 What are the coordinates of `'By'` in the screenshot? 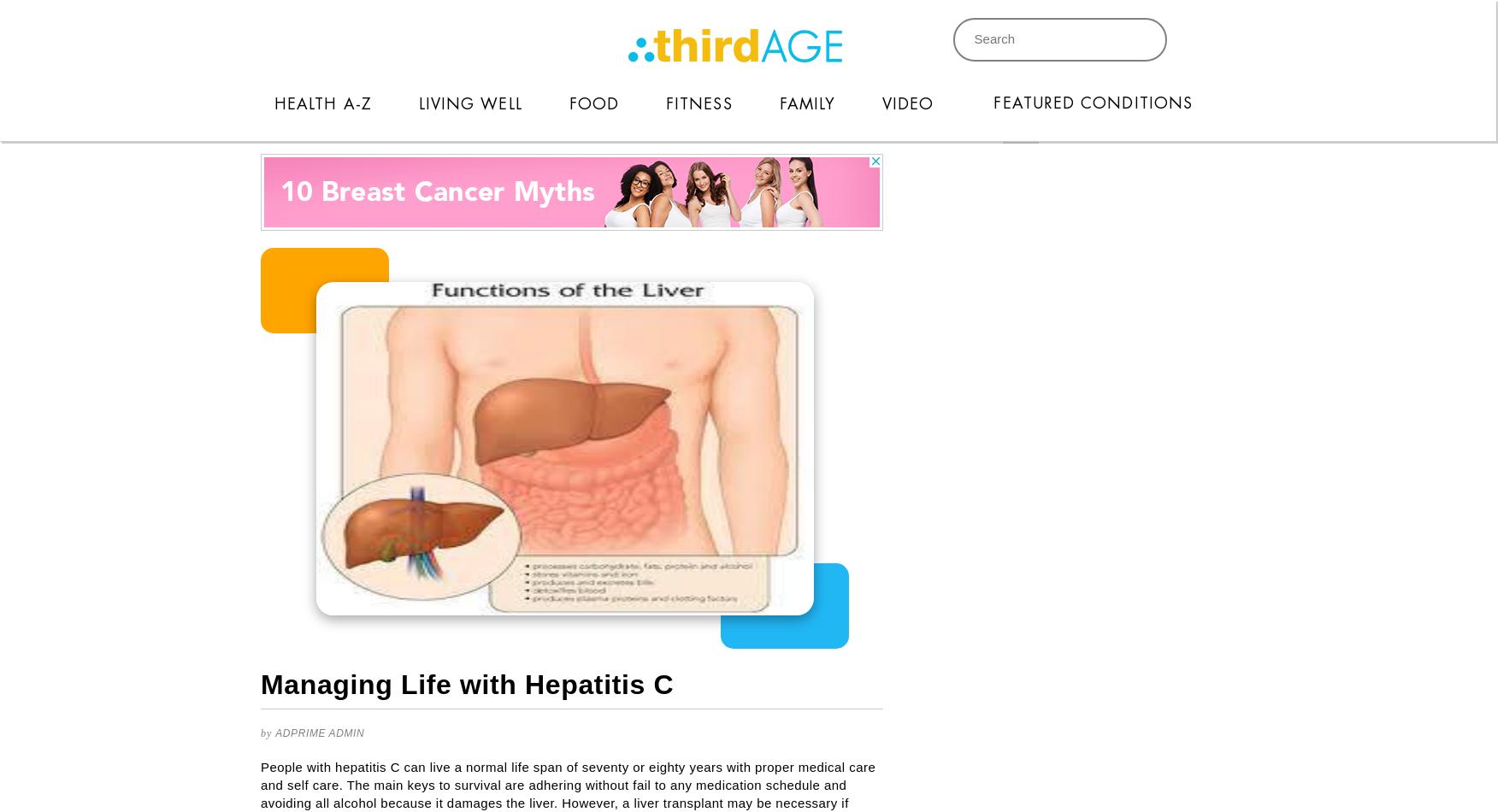 It's located at (259, 733).